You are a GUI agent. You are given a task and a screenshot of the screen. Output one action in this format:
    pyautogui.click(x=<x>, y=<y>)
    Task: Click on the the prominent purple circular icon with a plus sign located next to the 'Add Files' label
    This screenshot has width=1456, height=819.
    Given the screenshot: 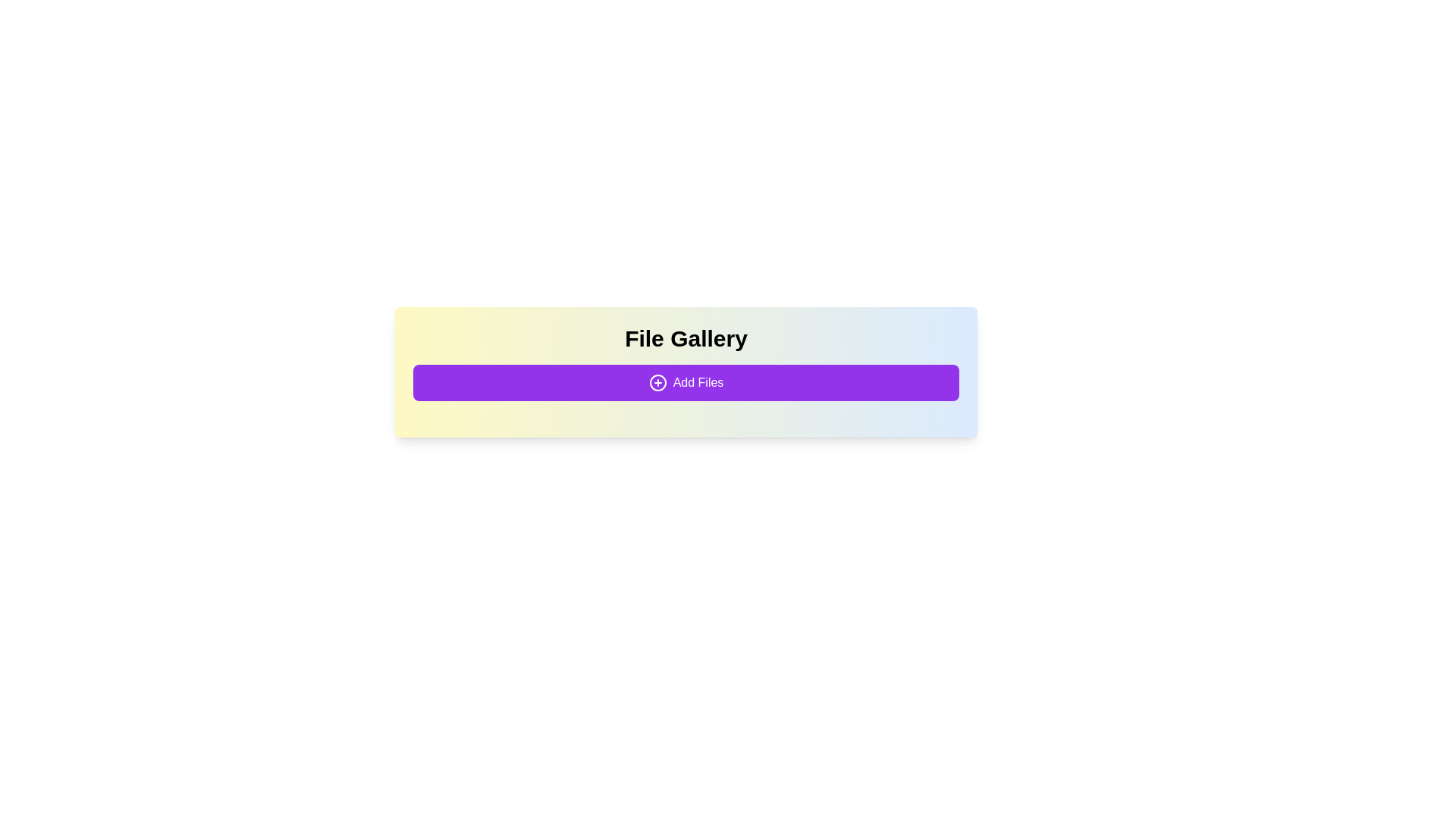 What is the action you would take?
    pyautogui.click(x=657, y=382)
    